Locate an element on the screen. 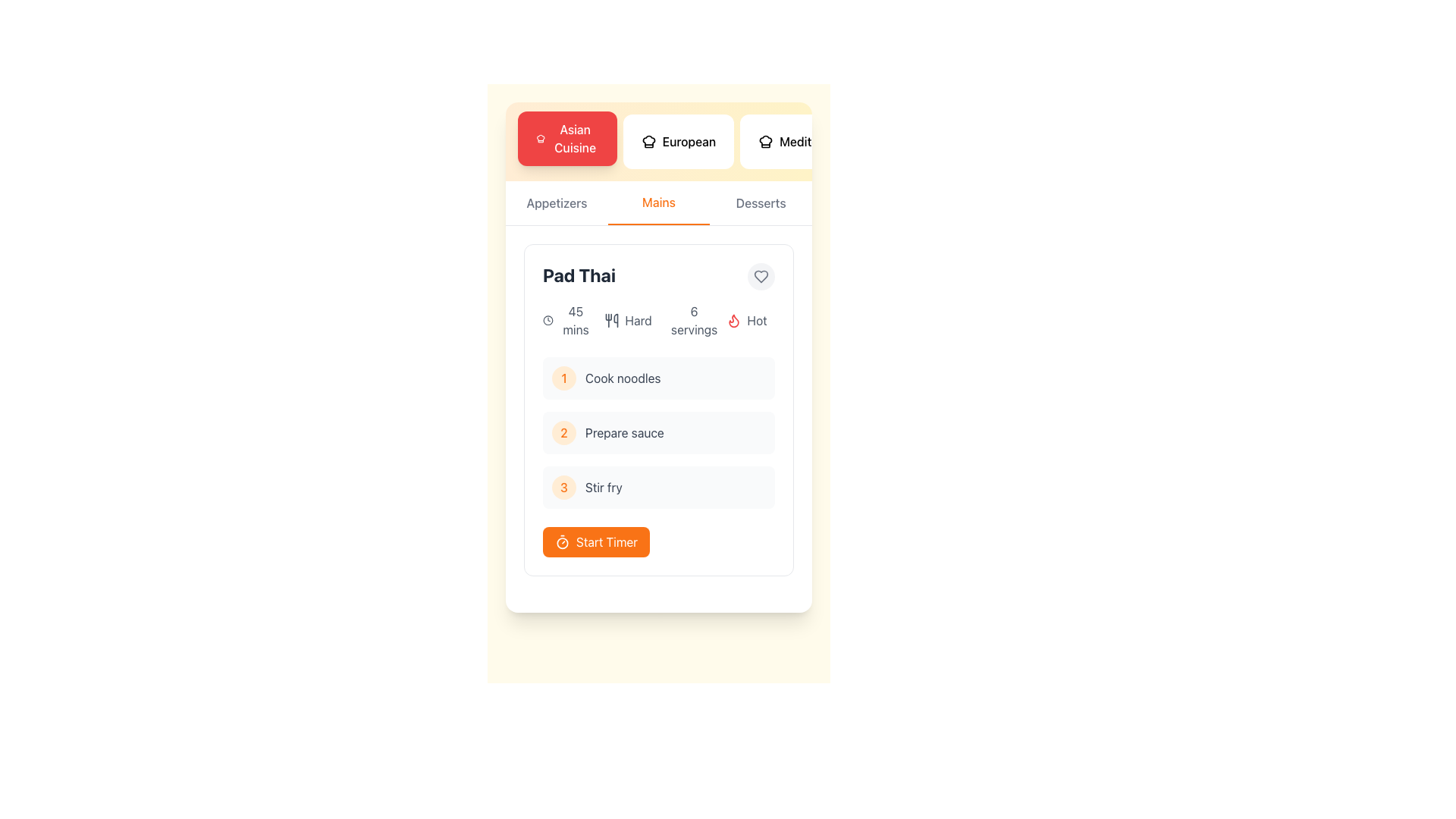 The height and width of the screenshot is (819, 1456). the Text and icon component displaying the clock icon and '45 mins' text, which is positioned in the card section of the 'Pad Thai' recipe information is located at coordinates (566, 320).